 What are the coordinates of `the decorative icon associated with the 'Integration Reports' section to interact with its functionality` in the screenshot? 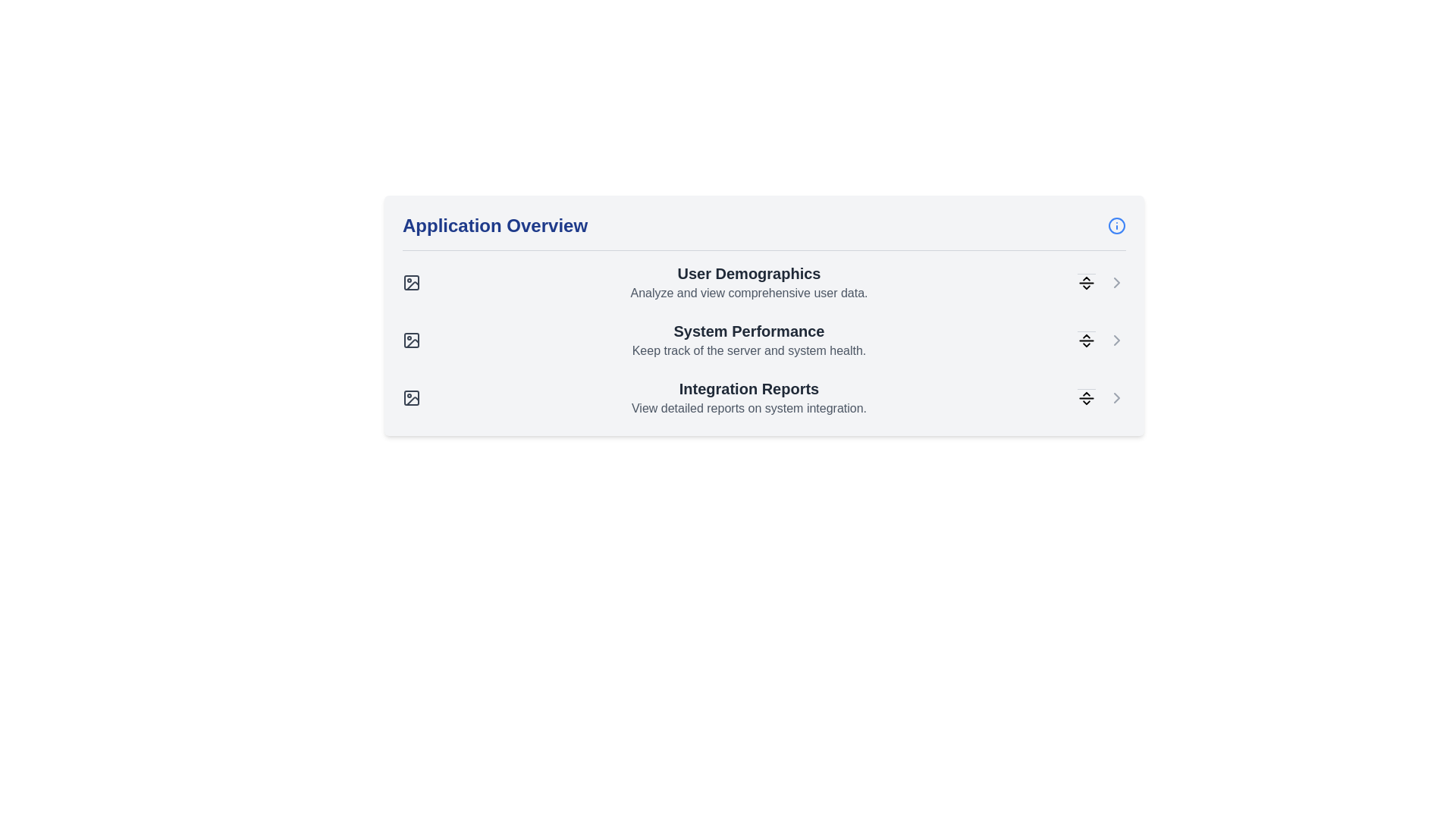 It's located at (413, 400).